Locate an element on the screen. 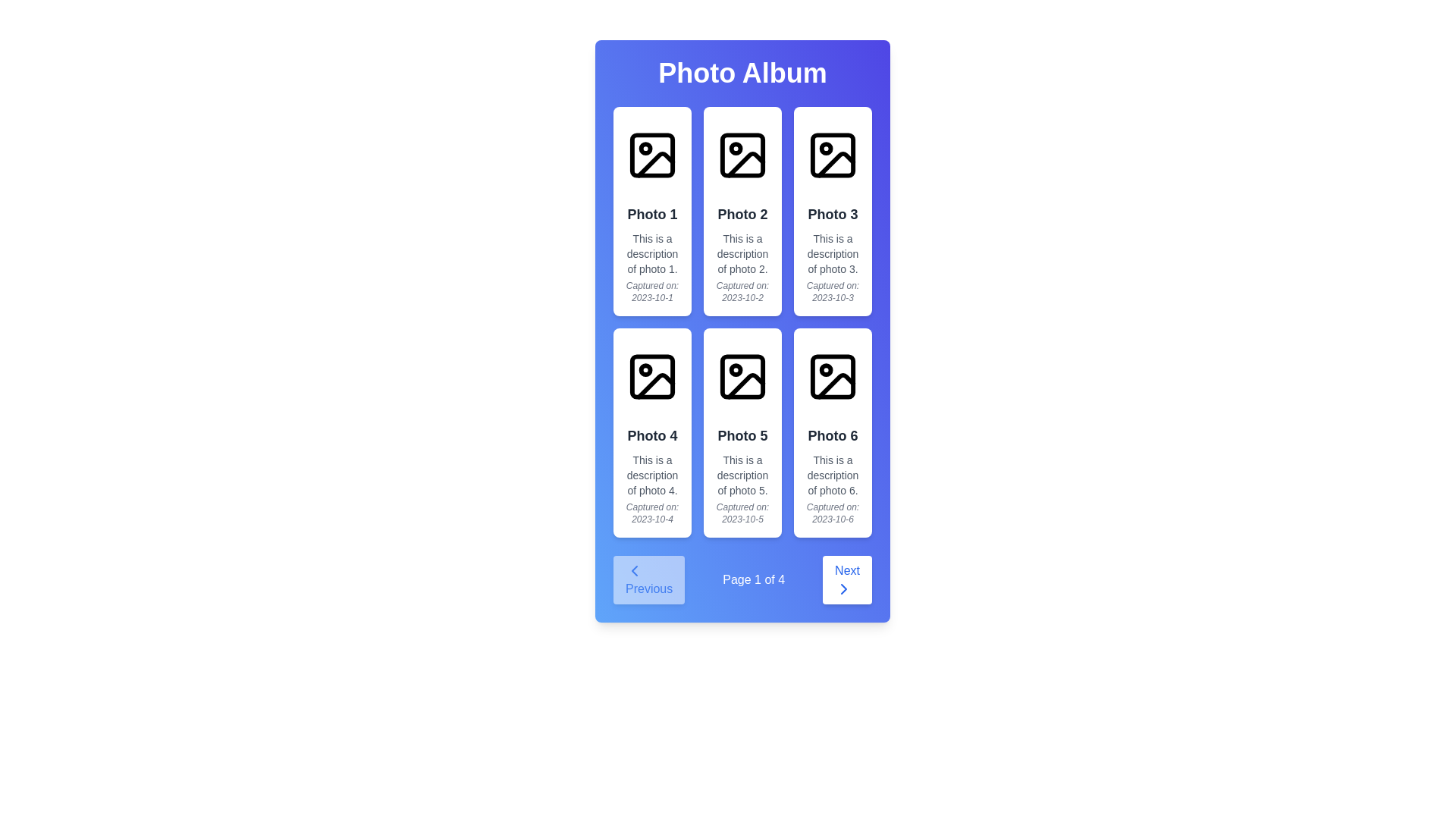  the static text label that identifies the card as 'Photo 4', located centrally at the top of the fourth card in a grid of six cards is located at coordinates (652, 435).